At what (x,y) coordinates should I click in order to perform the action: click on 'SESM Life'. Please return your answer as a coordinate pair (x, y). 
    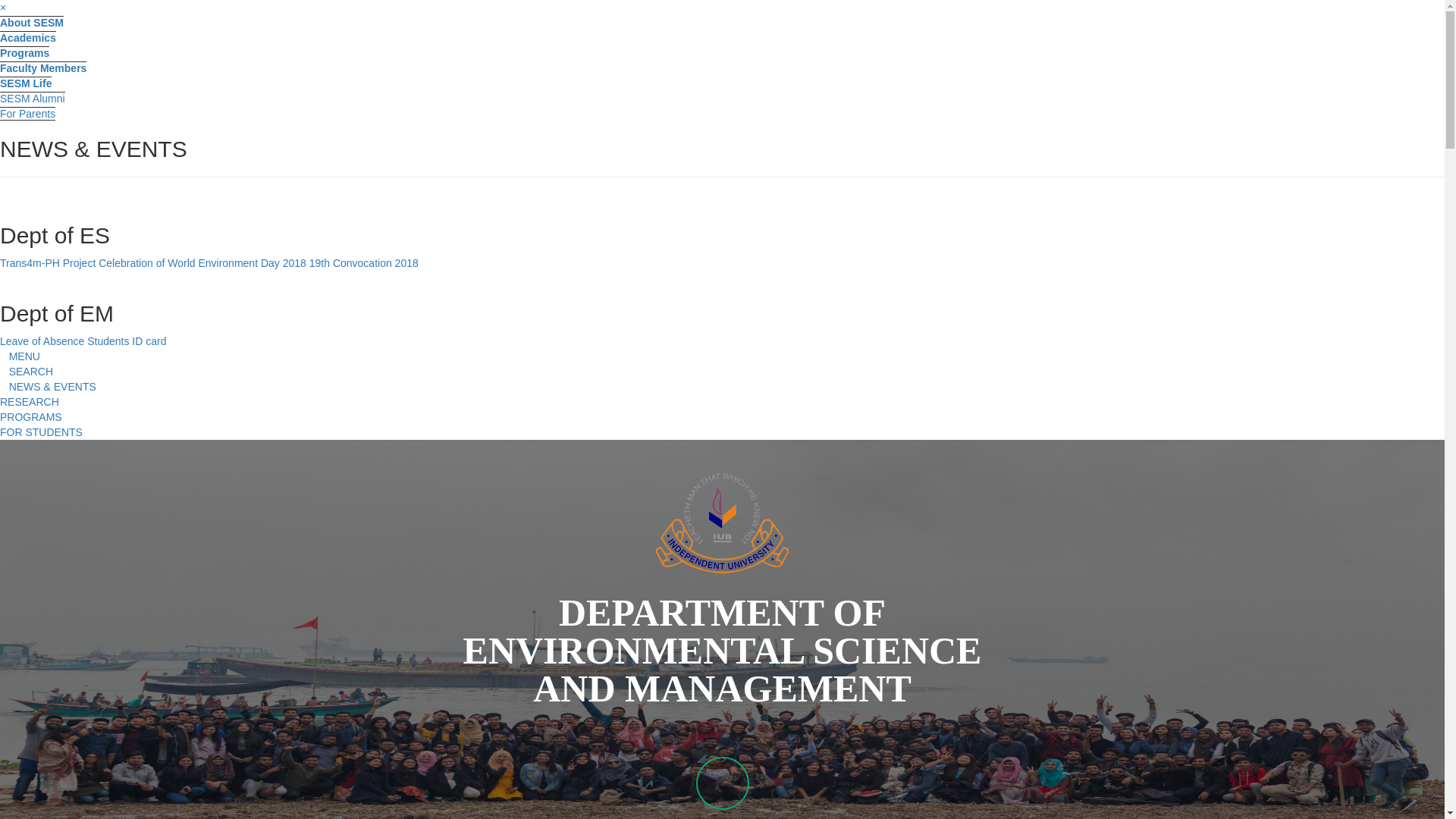
    Looking at the image, I should click on (25, 83).